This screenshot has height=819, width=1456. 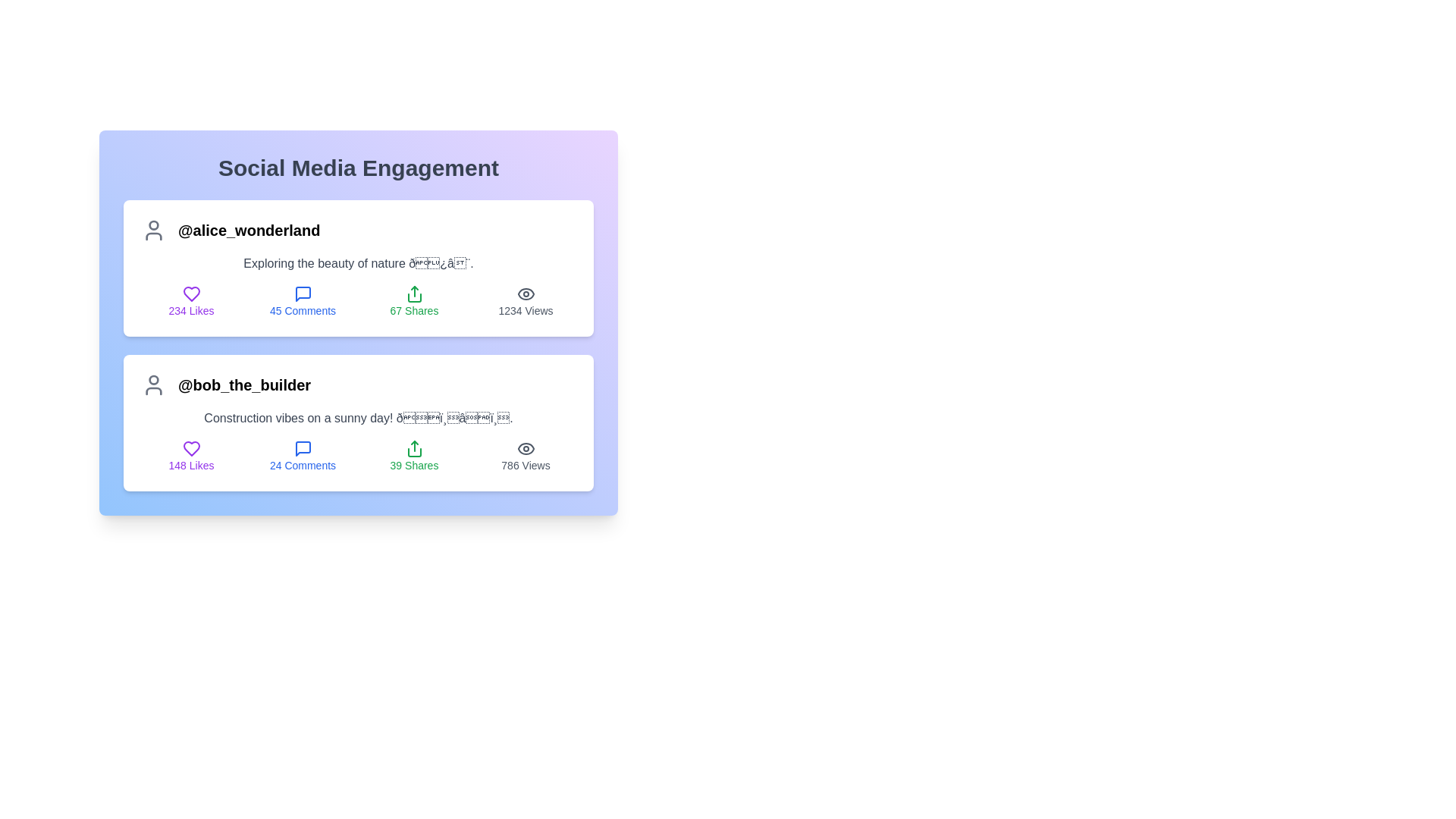 What do you see at coordinates (303, 447) in the screenshot?
I see `the comments icon located in the '24 Comments' section of the second card titled '@bob_the_builder', which is positioned directly to the left of the text '24 Comments'` at bounding box center [303, 447].